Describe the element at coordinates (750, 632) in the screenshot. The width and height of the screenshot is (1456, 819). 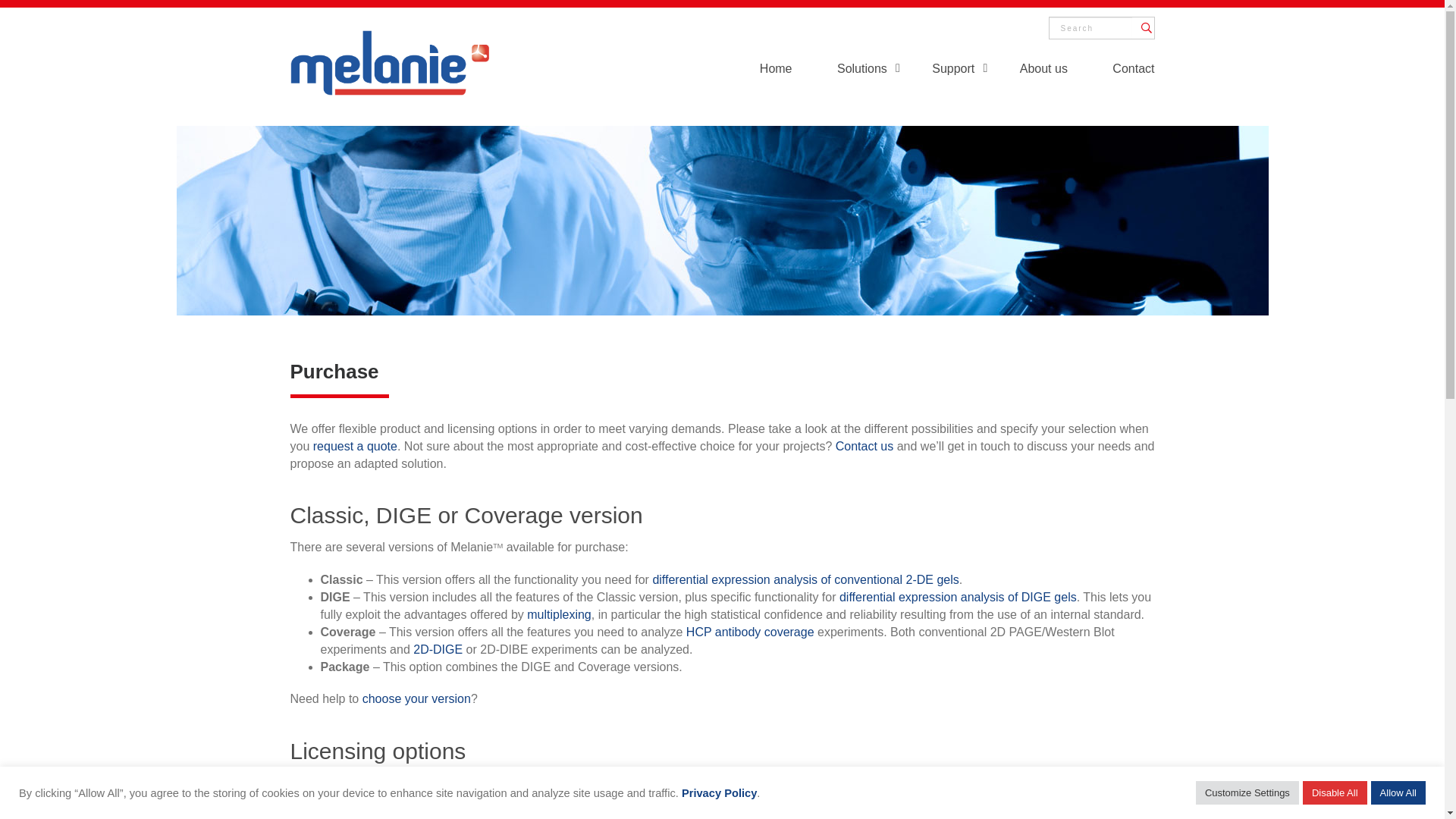
I see `'HCP antibody coverage'` at that location.